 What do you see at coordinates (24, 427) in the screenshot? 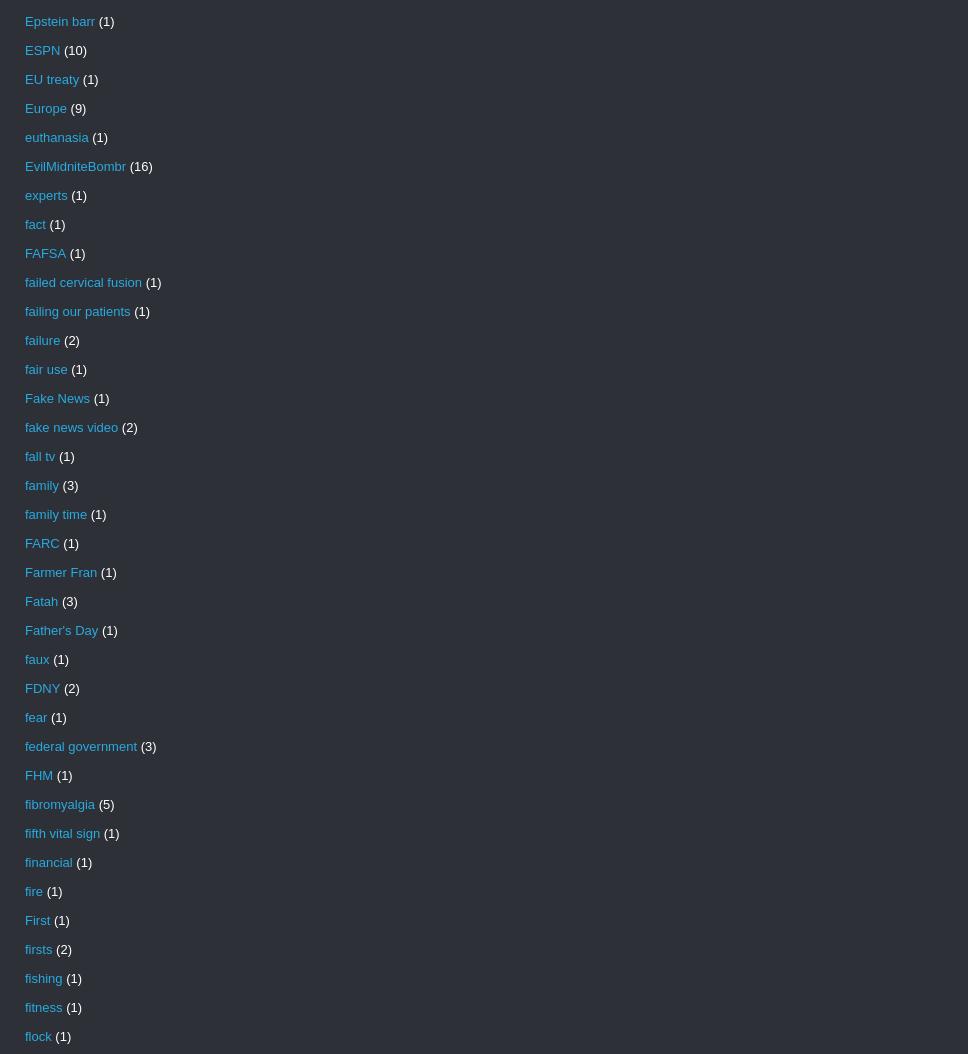
I see `'fake news video'` at bounding box center [24, 427].